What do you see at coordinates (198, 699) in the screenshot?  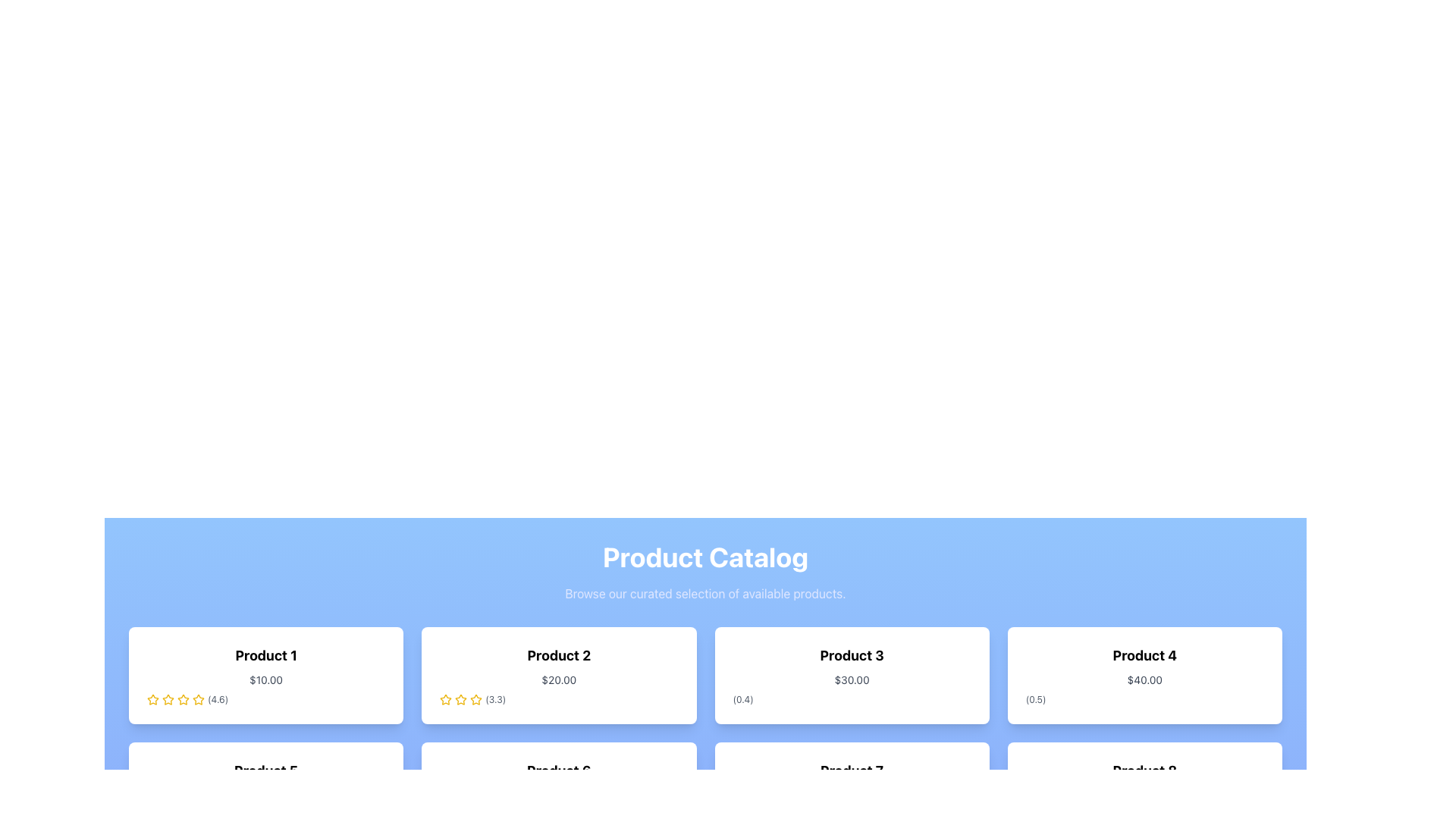 I see `the last yellow star icon representing the product rating, located below the 'Product 1' title in the first product card` at bounding box center [198, 699].